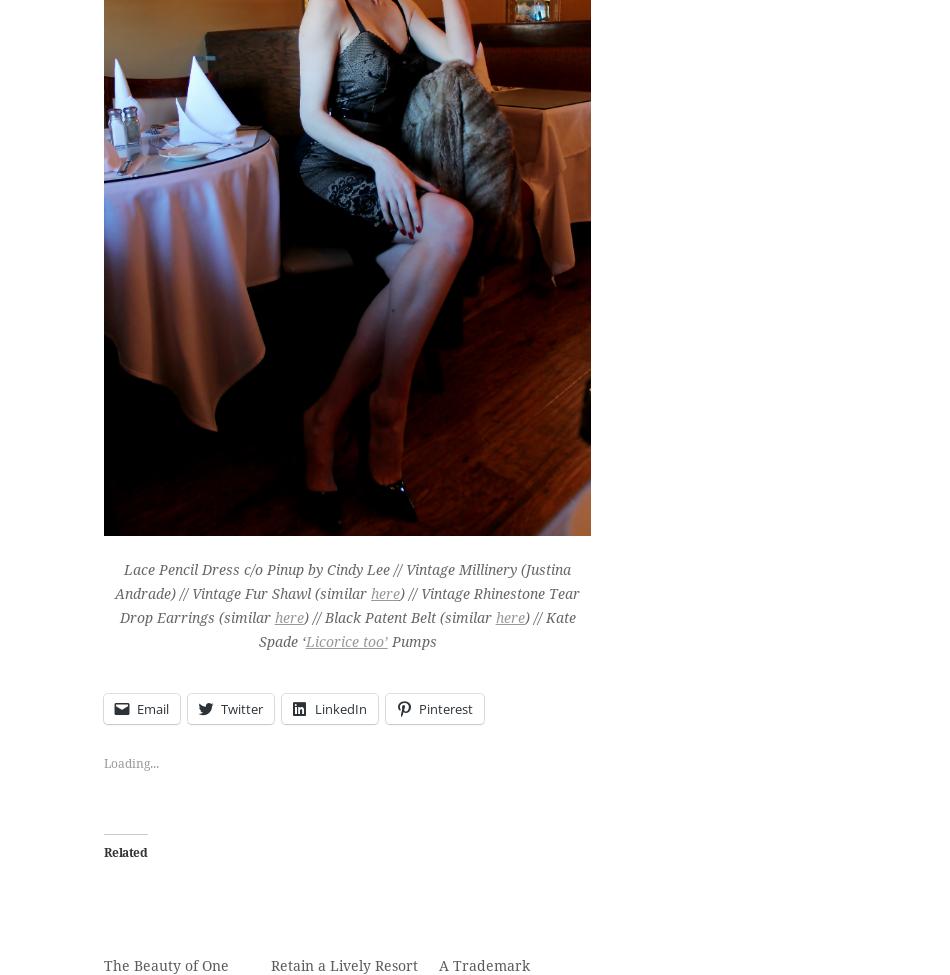  What do you see at coordinates (415, 628) in the screenshot?
I see `') // Kate Spade ‘'` at bounding box center [415, 628].